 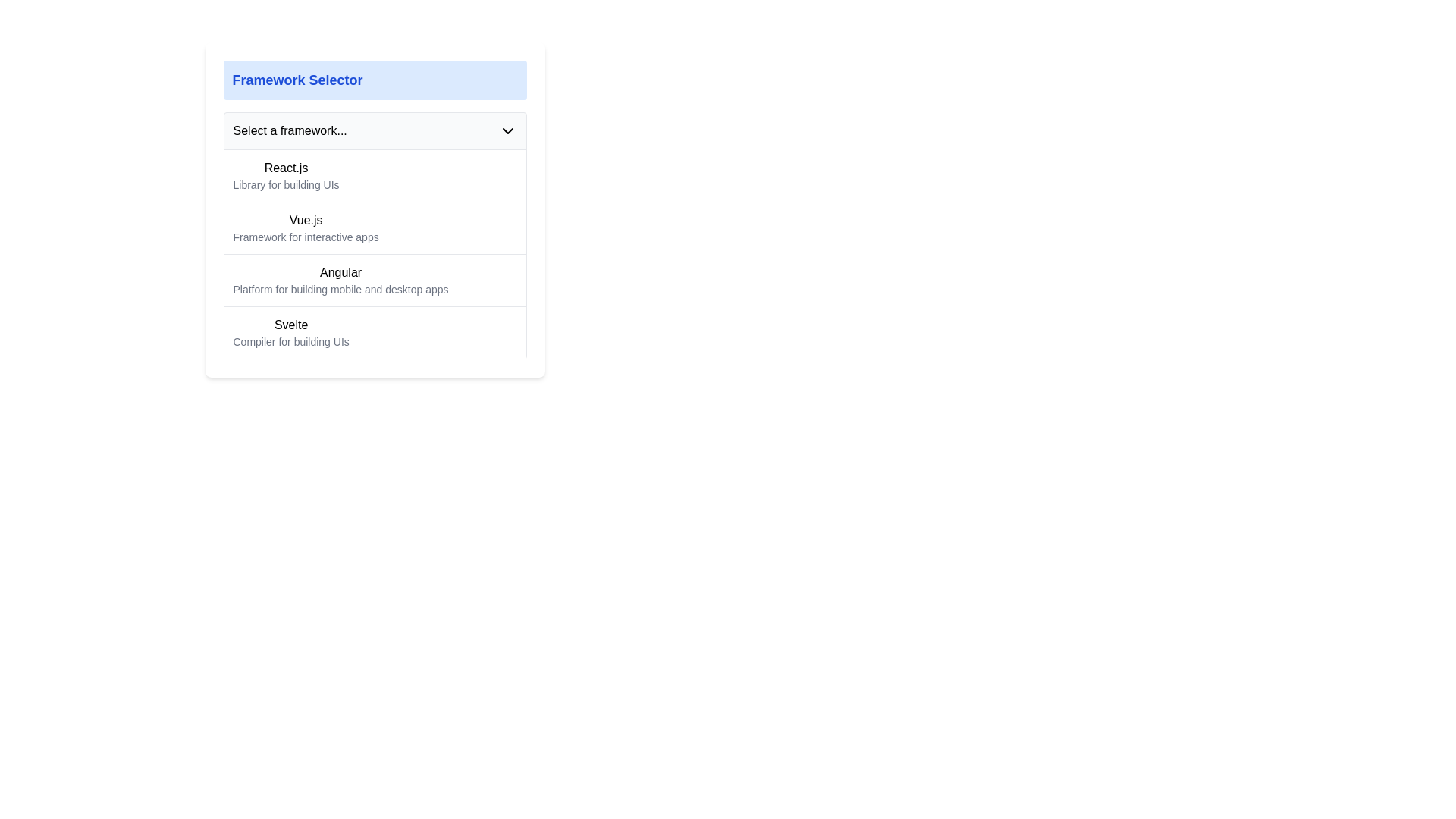 I want to click on the 'React.js' text label located at the top-left corner of the dropdown menu, so click(x=286, y=168).